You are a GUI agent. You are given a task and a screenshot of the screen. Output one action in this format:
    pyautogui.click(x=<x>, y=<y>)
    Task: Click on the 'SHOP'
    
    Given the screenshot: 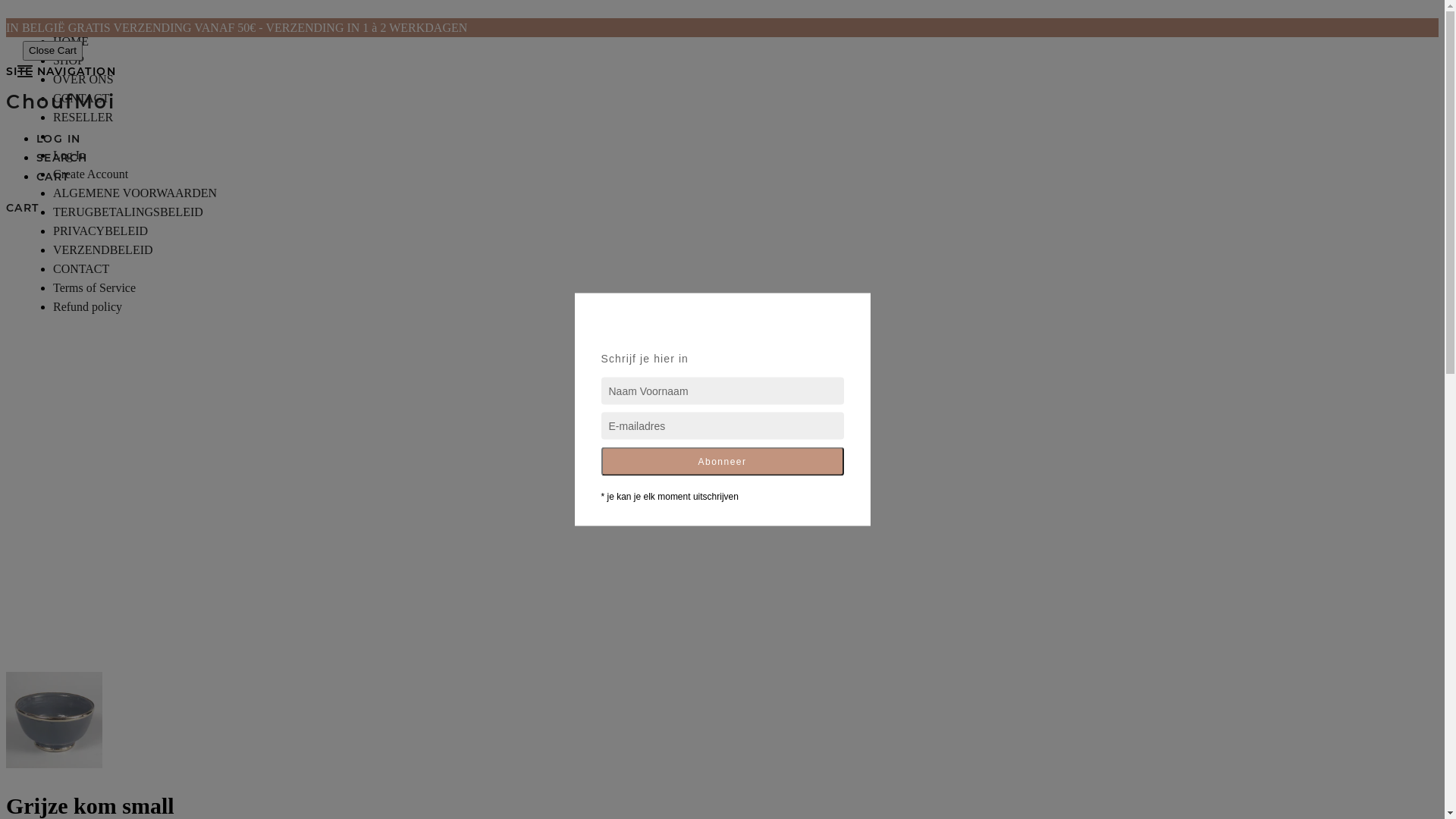 What is the action you would take?
    pyautogui.click(x=53, y=59)
    